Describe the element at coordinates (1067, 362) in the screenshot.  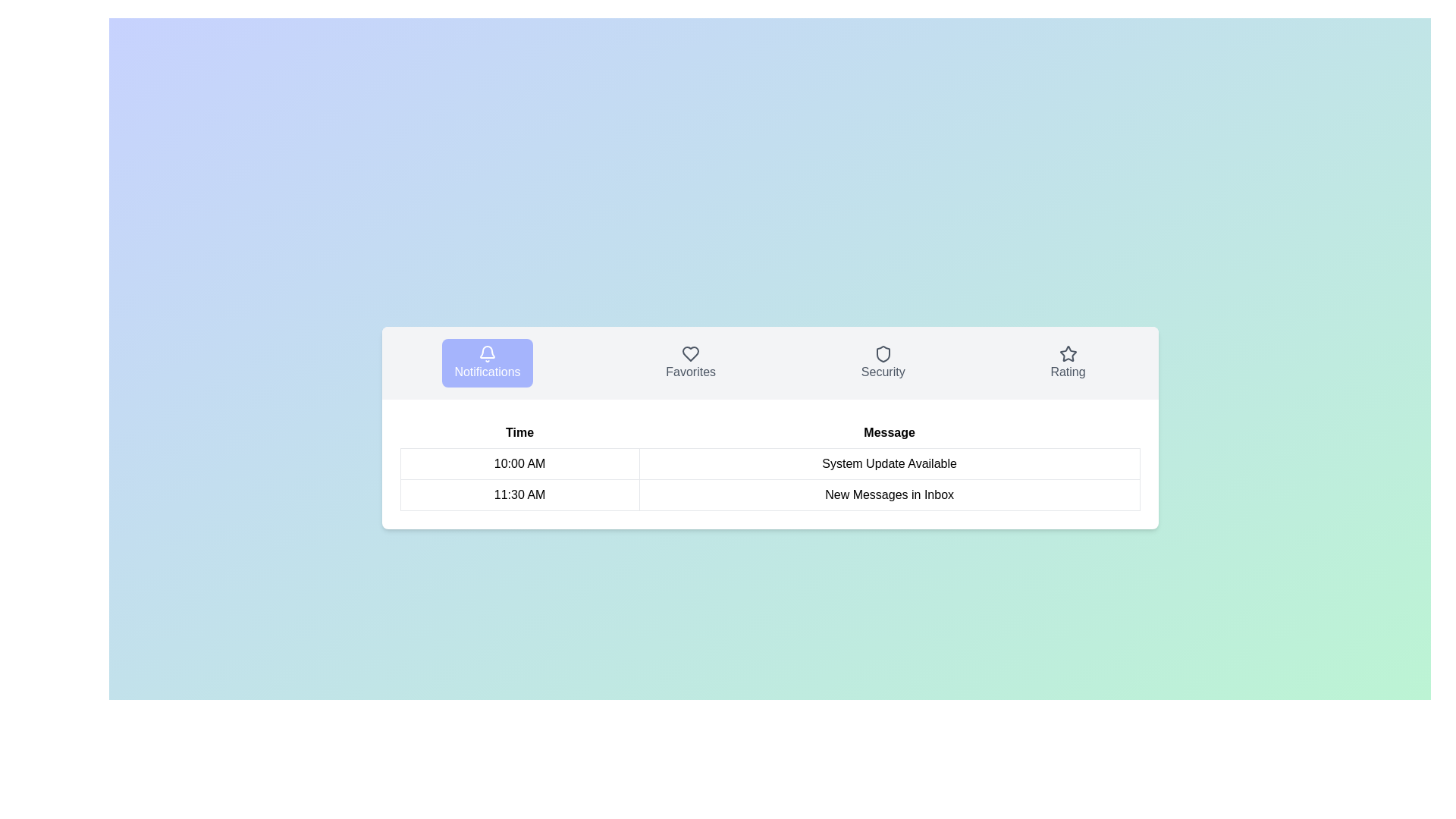
I see `the 'Rating' button, which is the fourth button in a series of interactive elements and features a star icon above the text` at that location.